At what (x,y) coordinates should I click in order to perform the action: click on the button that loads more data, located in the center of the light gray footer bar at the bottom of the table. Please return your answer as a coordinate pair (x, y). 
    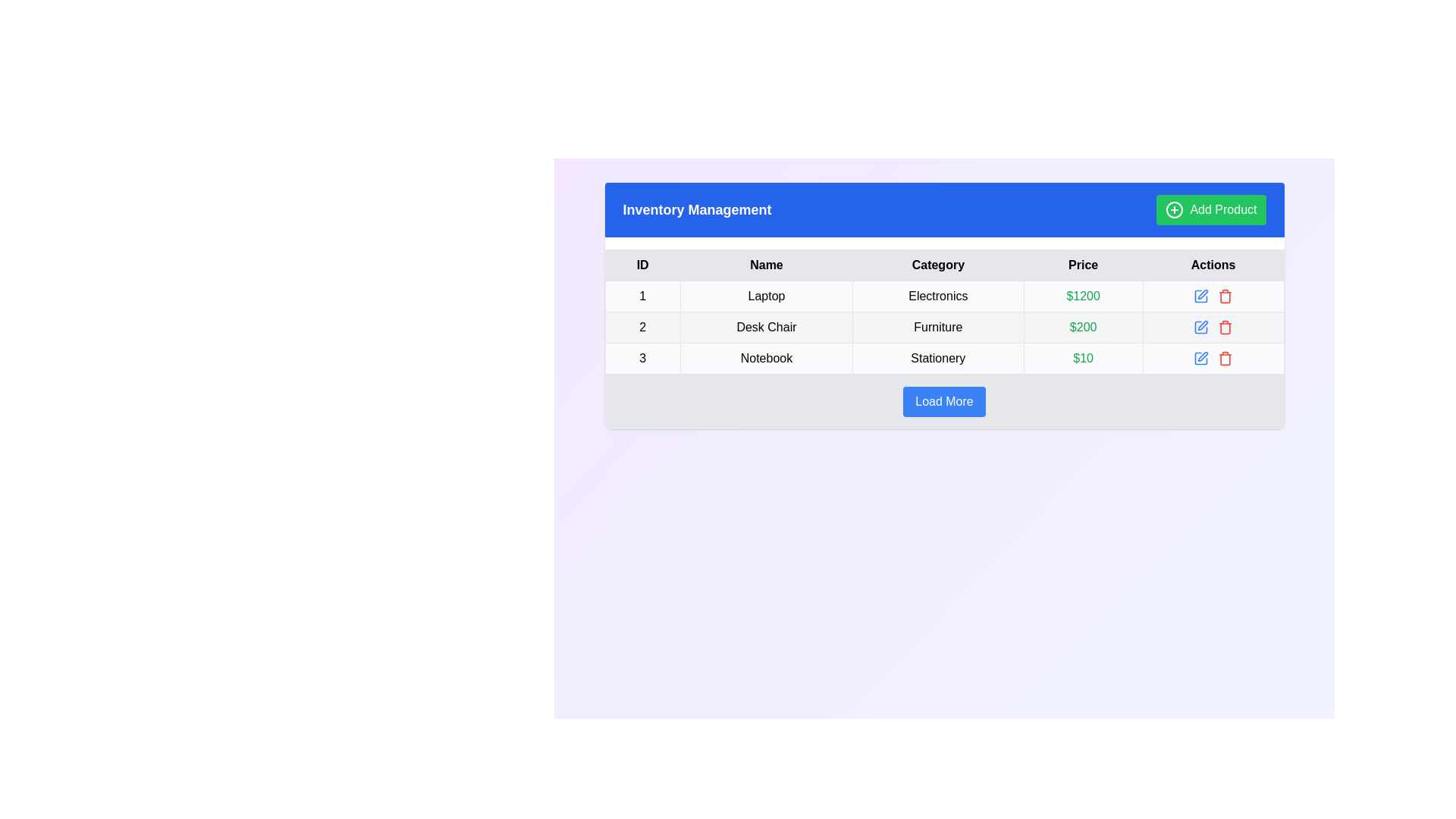
    Looking at the image, I should click on (943, 400).